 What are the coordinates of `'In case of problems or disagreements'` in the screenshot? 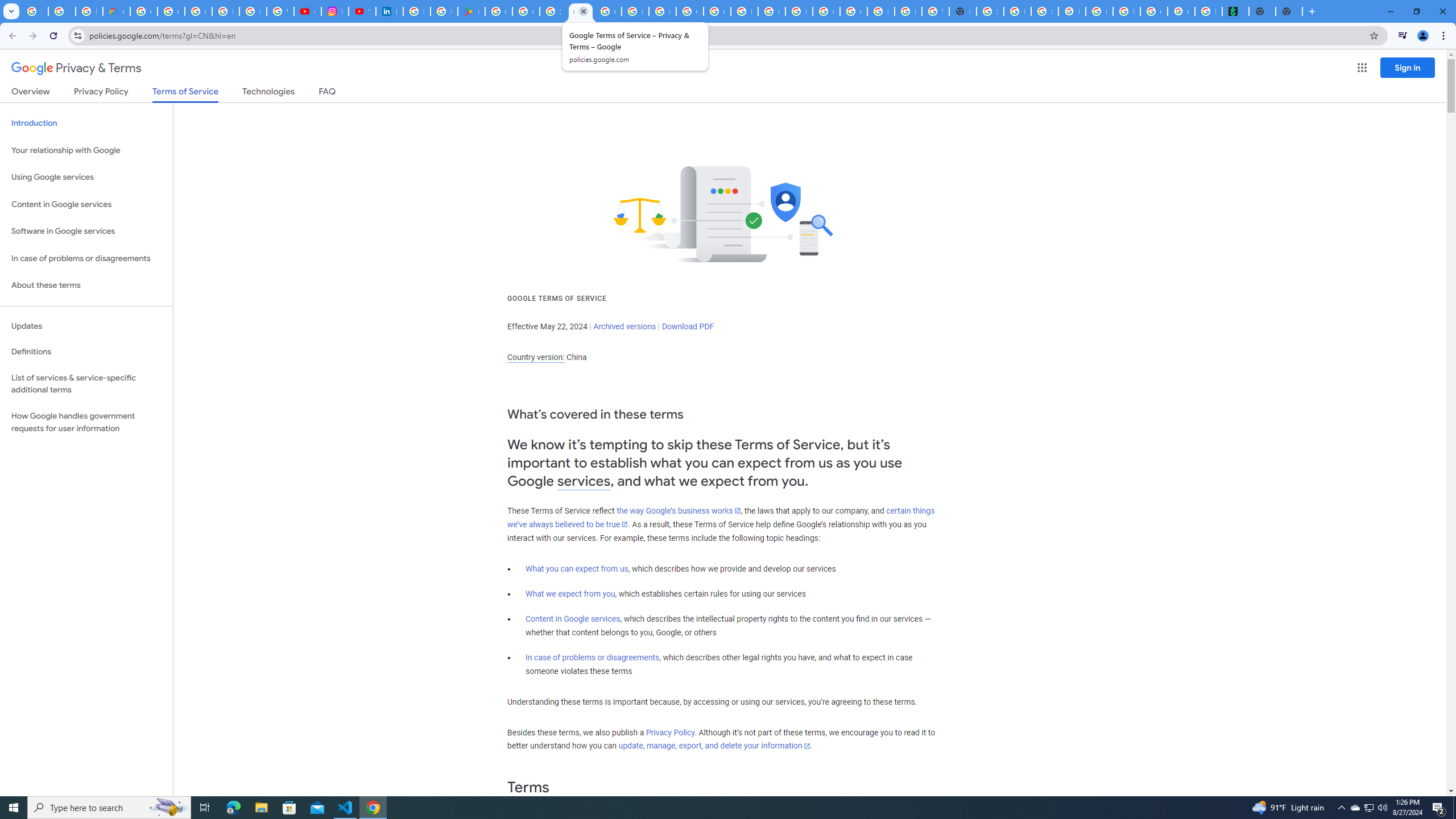 It's located at (591, 657).